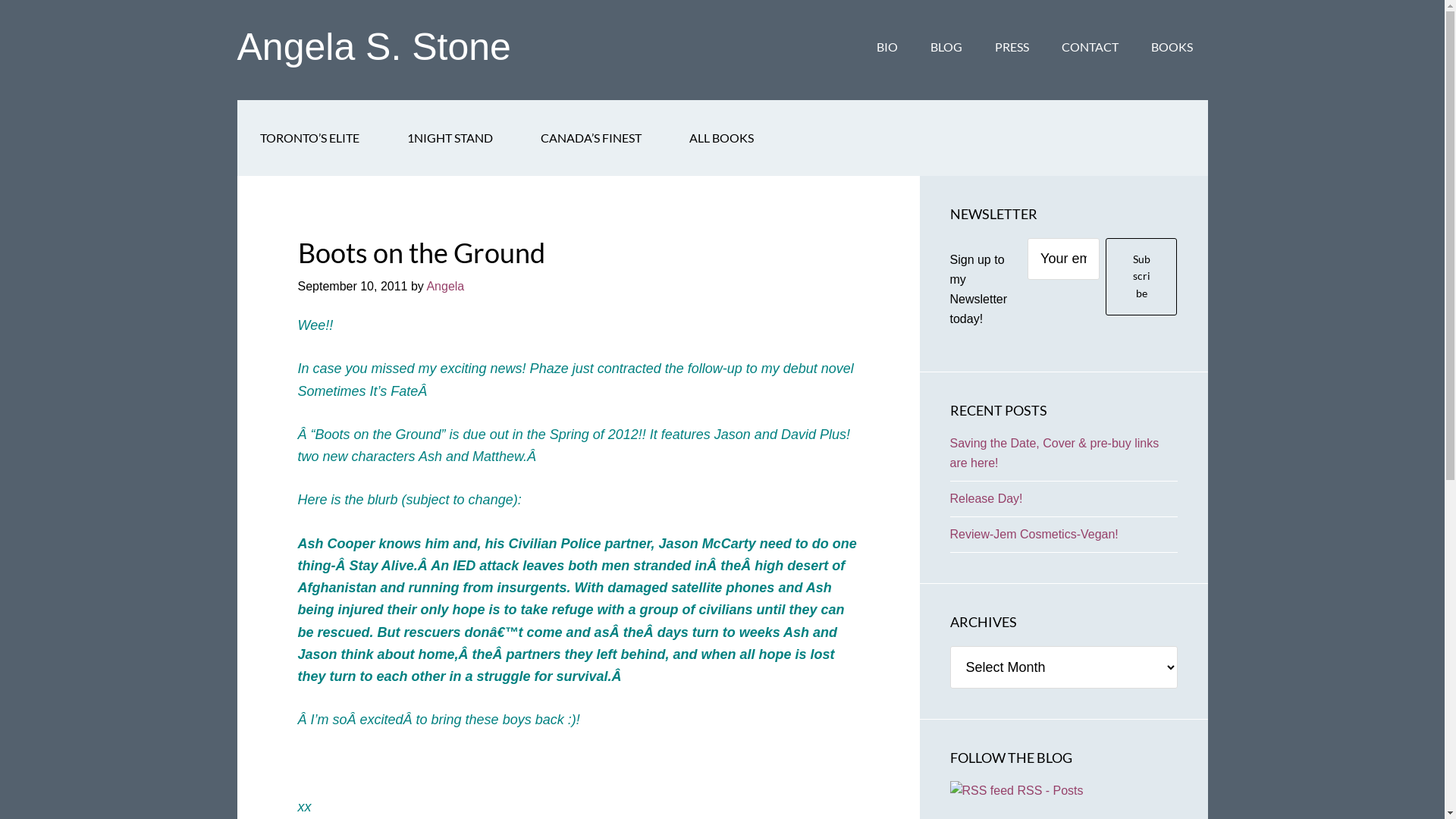 This screenshot has height=819, width=1456. What do you see at coordinates (1012, 45) in the screenshot?
I see `'PRESS'` at bounding box center [1012, 45].